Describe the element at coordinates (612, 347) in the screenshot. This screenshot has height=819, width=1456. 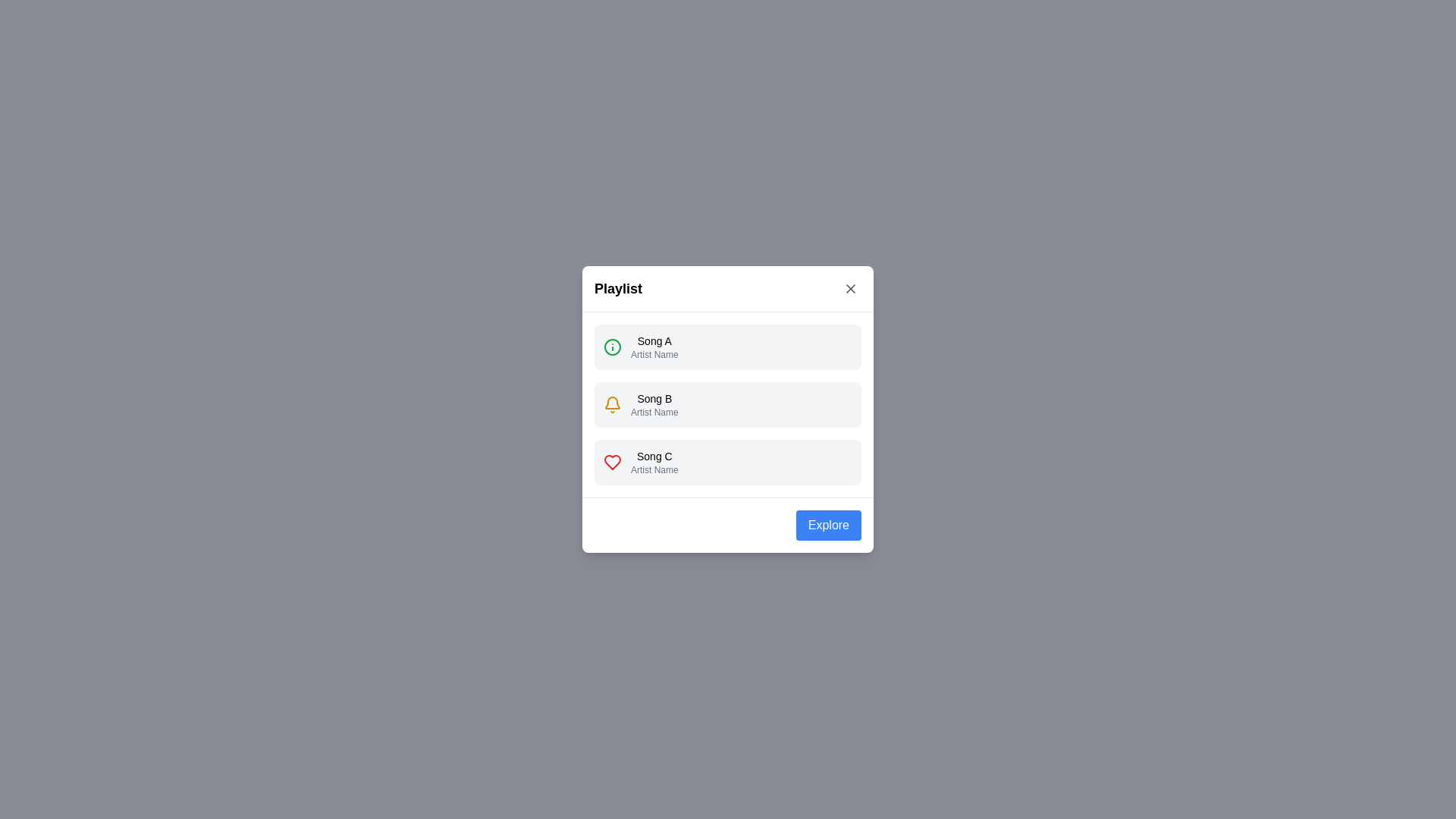
I see `the green circular informational icon with a central exclamation mark located to the left of the text 'Song A' and 'Artist Name'` at that location.